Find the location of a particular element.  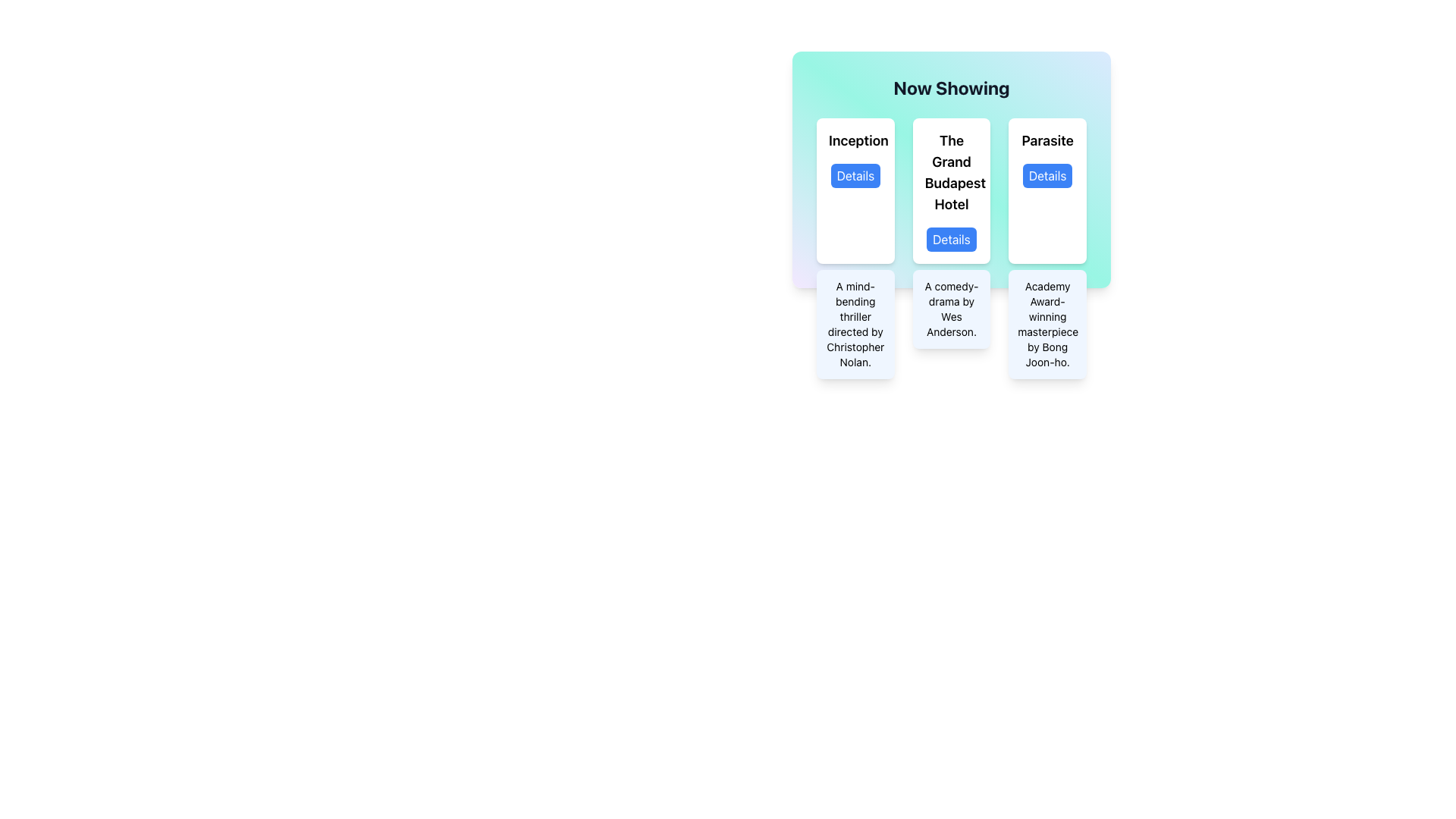

the text header element displaying 'Now Showing', which is styled in bold black font against a gradient background is located at coordinates (950, 87).